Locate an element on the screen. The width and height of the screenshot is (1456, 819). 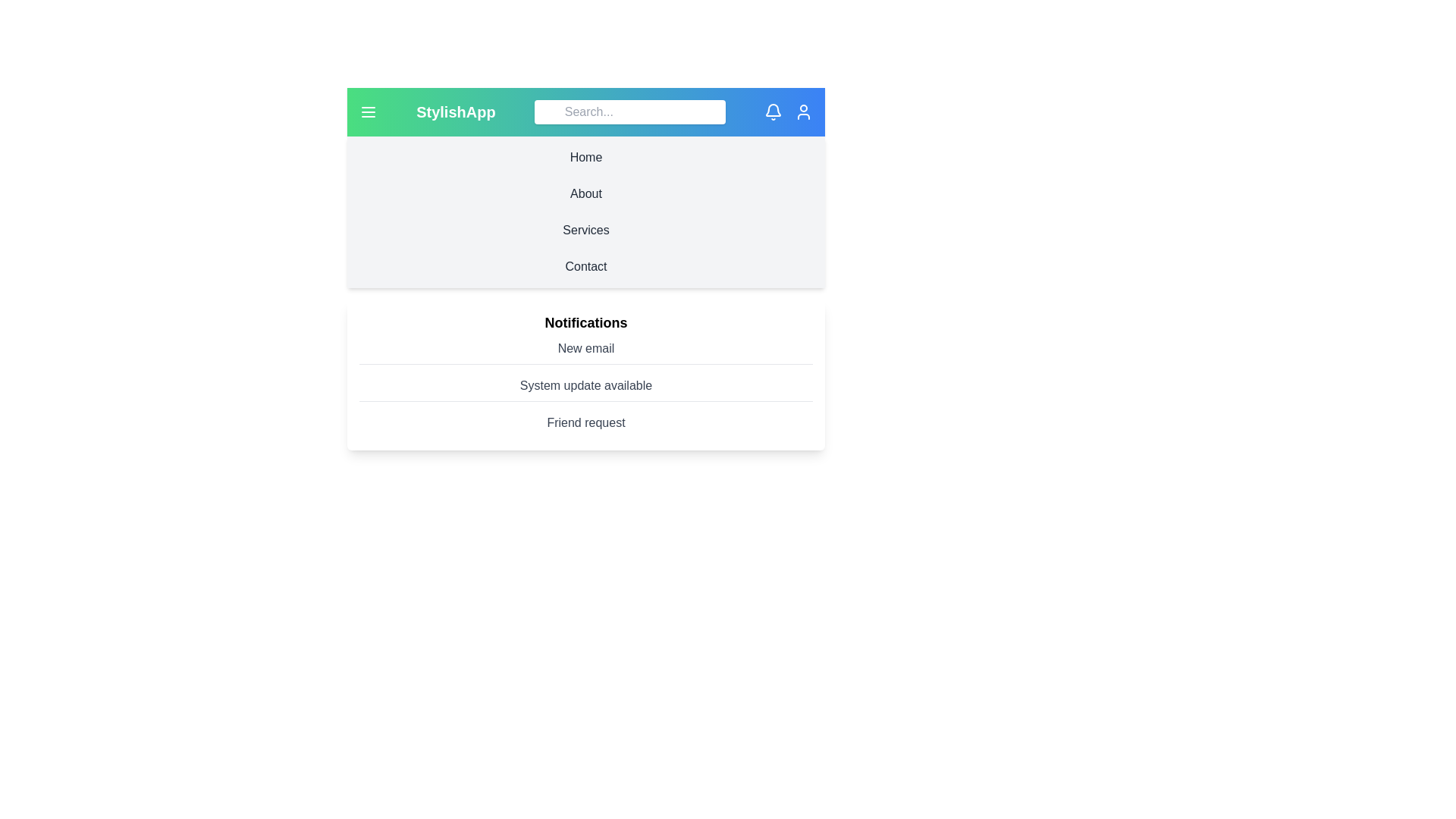
the navigation section Home is located at coordinates (585, 158).